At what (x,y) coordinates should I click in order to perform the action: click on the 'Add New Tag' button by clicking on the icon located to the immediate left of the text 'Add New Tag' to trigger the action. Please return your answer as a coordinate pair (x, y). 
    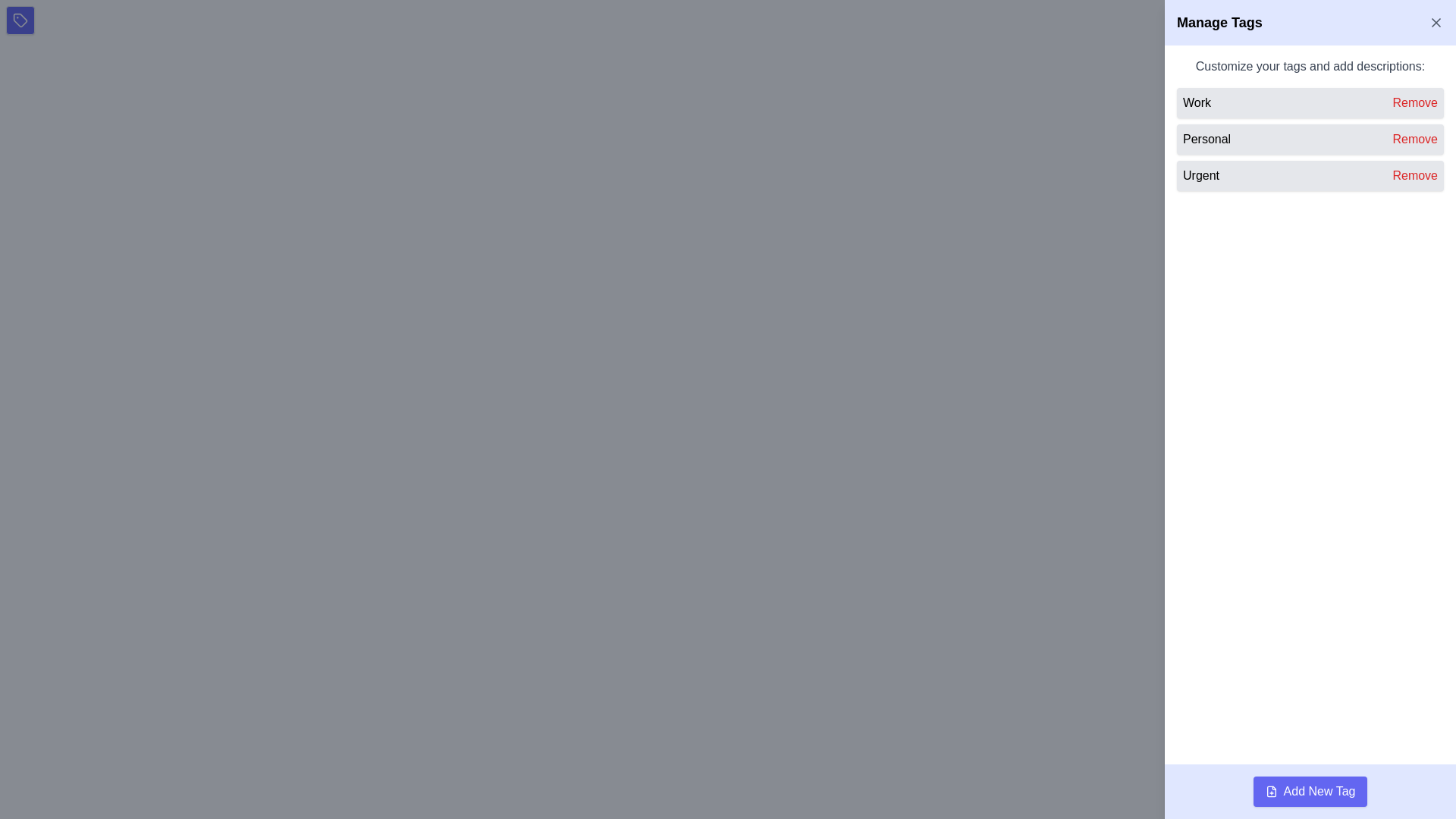
    Looking at the image, I should click on (1271, 791).